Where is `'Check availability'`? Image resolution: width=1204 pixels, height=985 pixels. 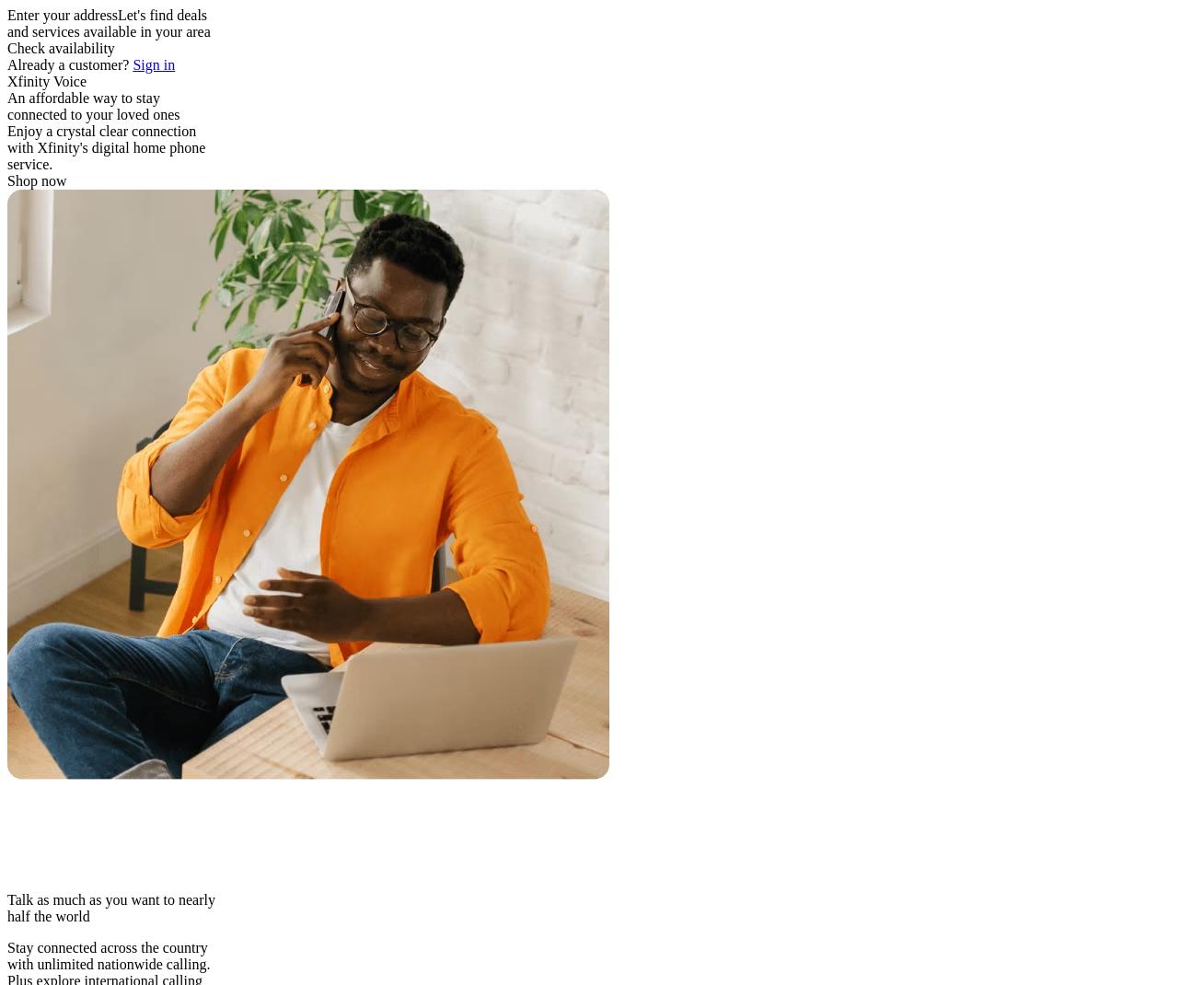
'Check availability' is located at coordinates (61, 47).